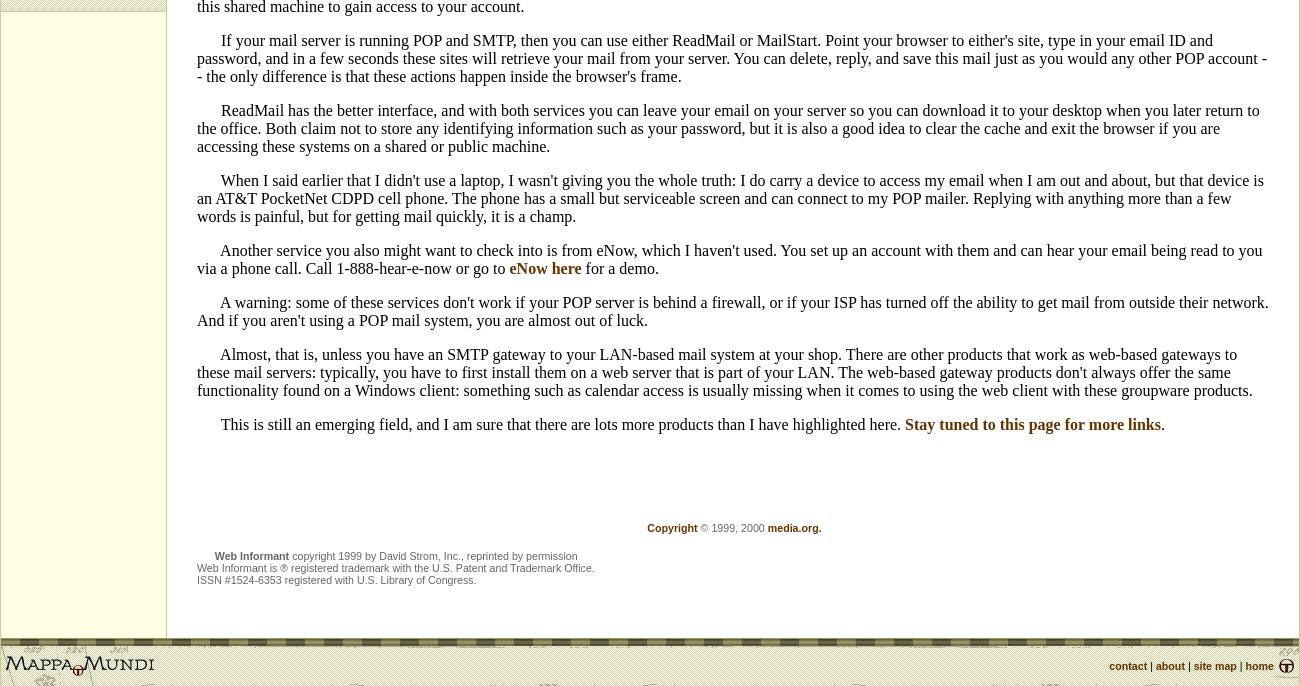 This screenshot has width=1300, height=686. Describe the element at coordinates (732, 57) in the screenshot. I see `'If your mail server is running POP and SMTP, then you can use either ReadMail or MailStart. Point your browser to either's site, type in your email ID and password, and in a few seconds these sites will retrieve your mail from your server. You can delete, reply, and
save this mail just as you would any other POP account -- the only difference is that these actions happen inside the browser's frame.'` at that location.